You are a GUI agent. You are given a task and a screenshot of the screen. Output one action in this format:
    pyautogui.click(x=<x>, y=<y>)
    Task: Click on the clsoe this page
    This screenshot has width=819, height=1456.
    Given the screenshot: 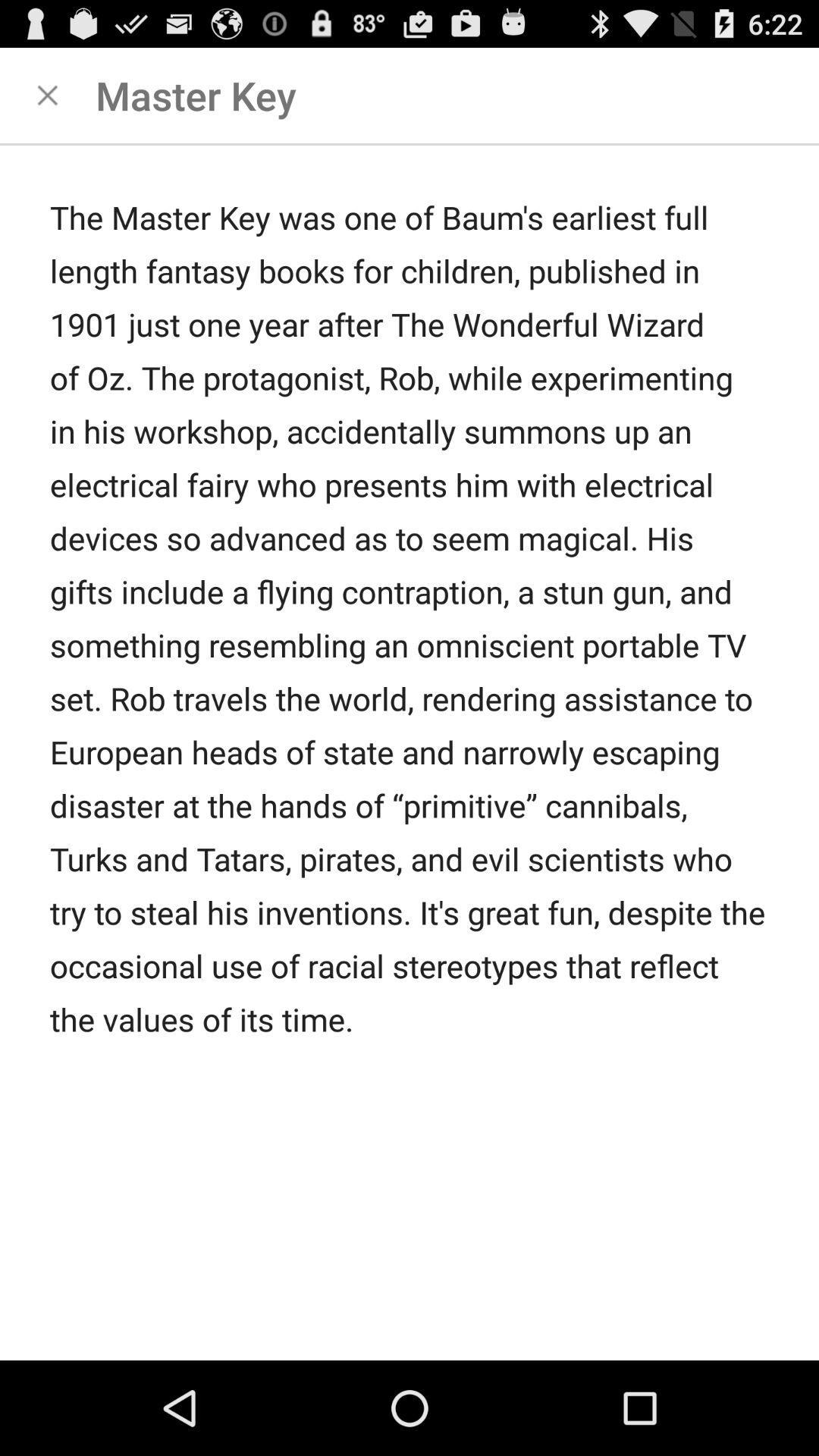 What is the action you would take?
    pyautogui.click(x=46, y=94)
    